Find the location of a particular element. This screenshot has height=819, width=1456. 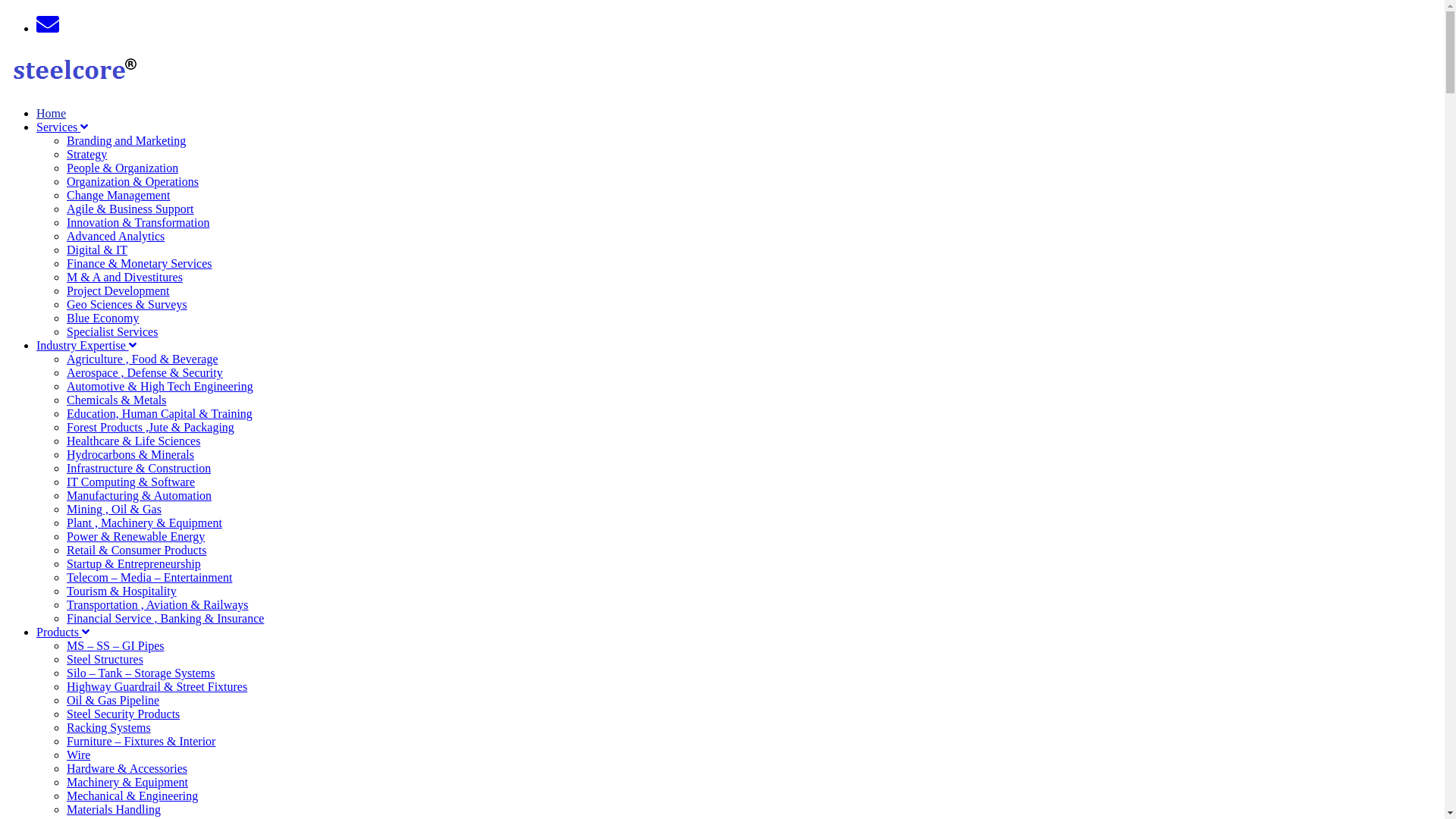

'Services' is located at coordinates (61, 126).